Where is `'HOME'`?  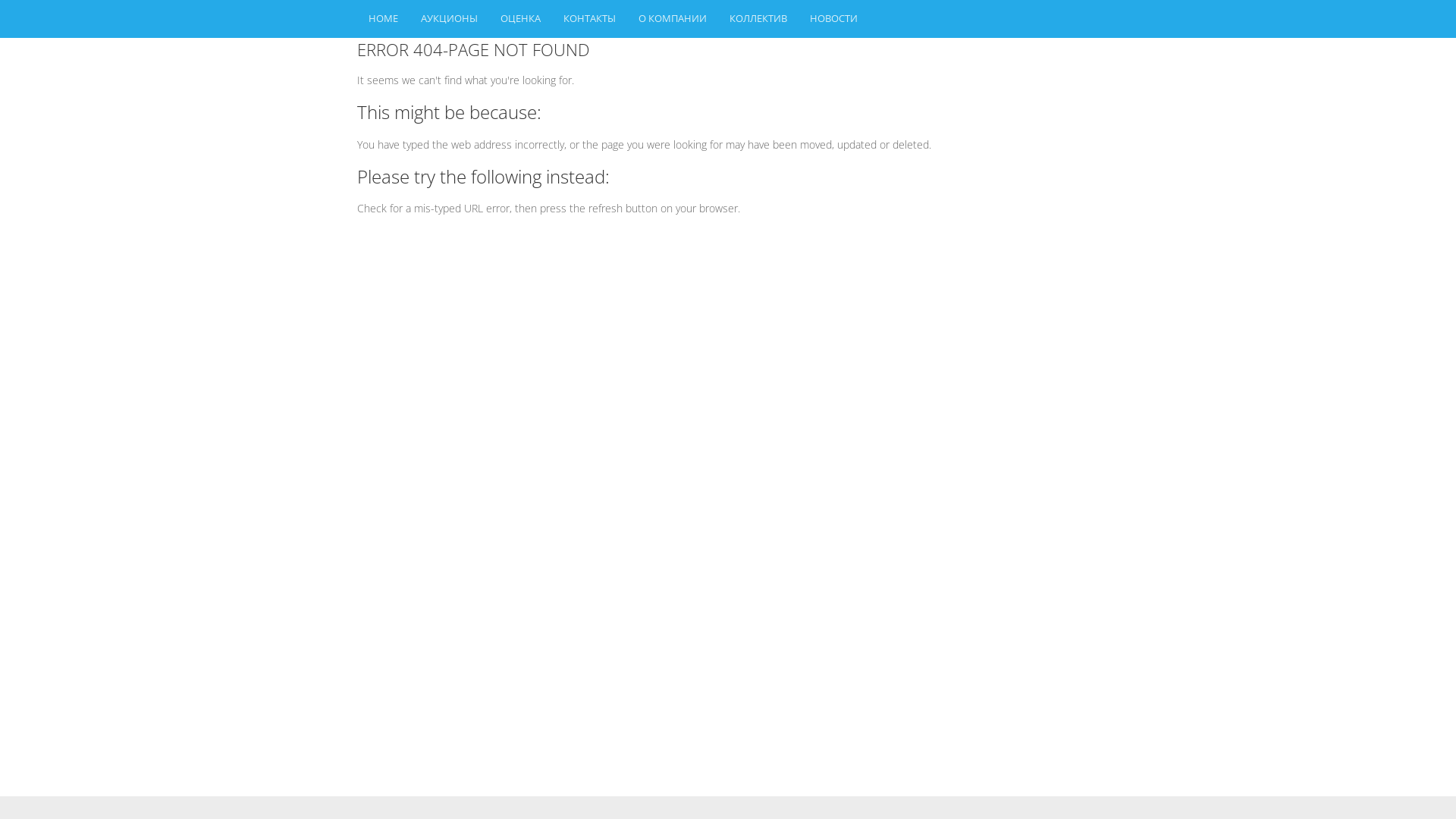
'HOME' is located at coordinates (383, 18).